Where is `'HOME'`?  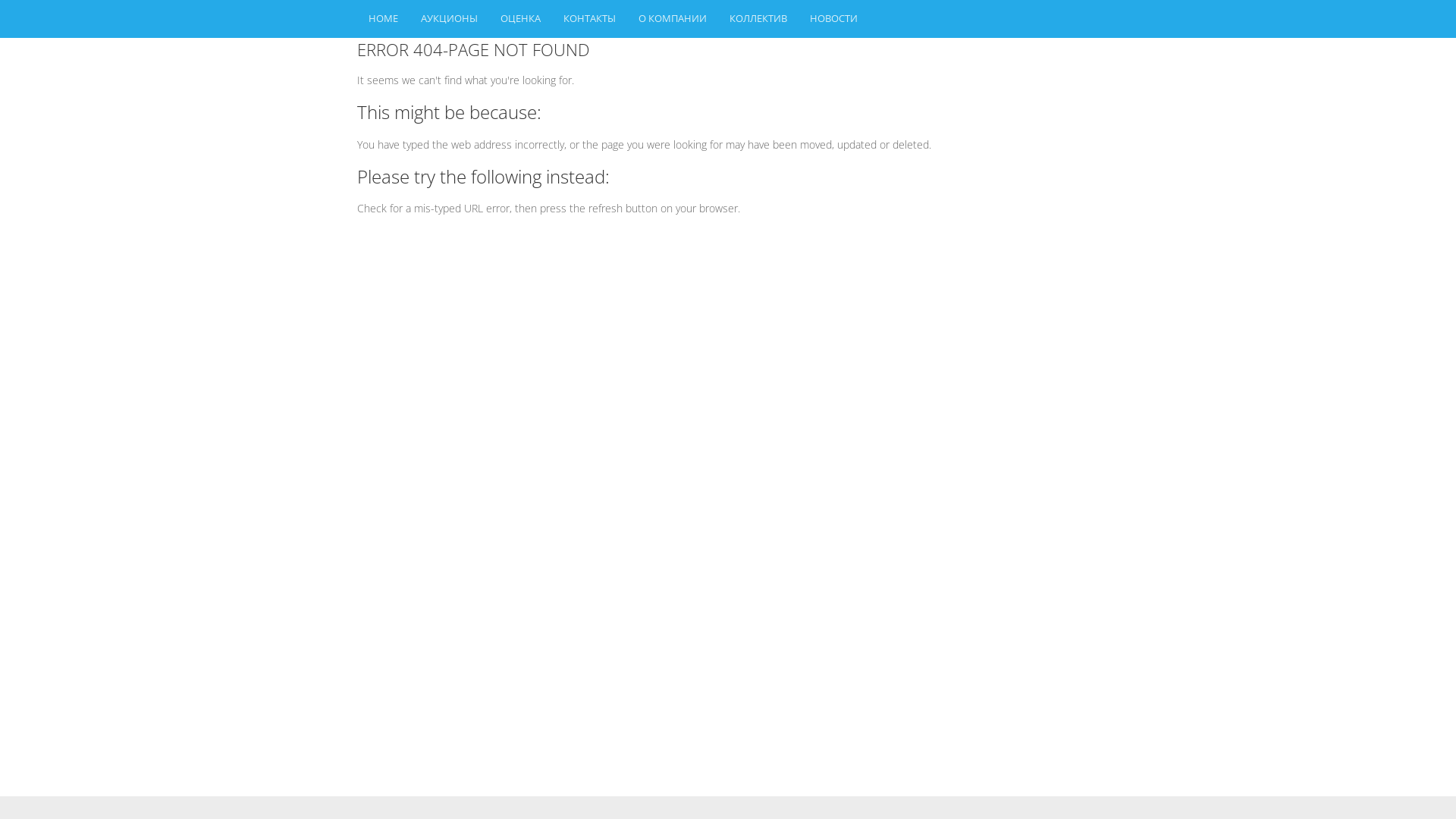
'HOME' is located at coordinates (383, 18).